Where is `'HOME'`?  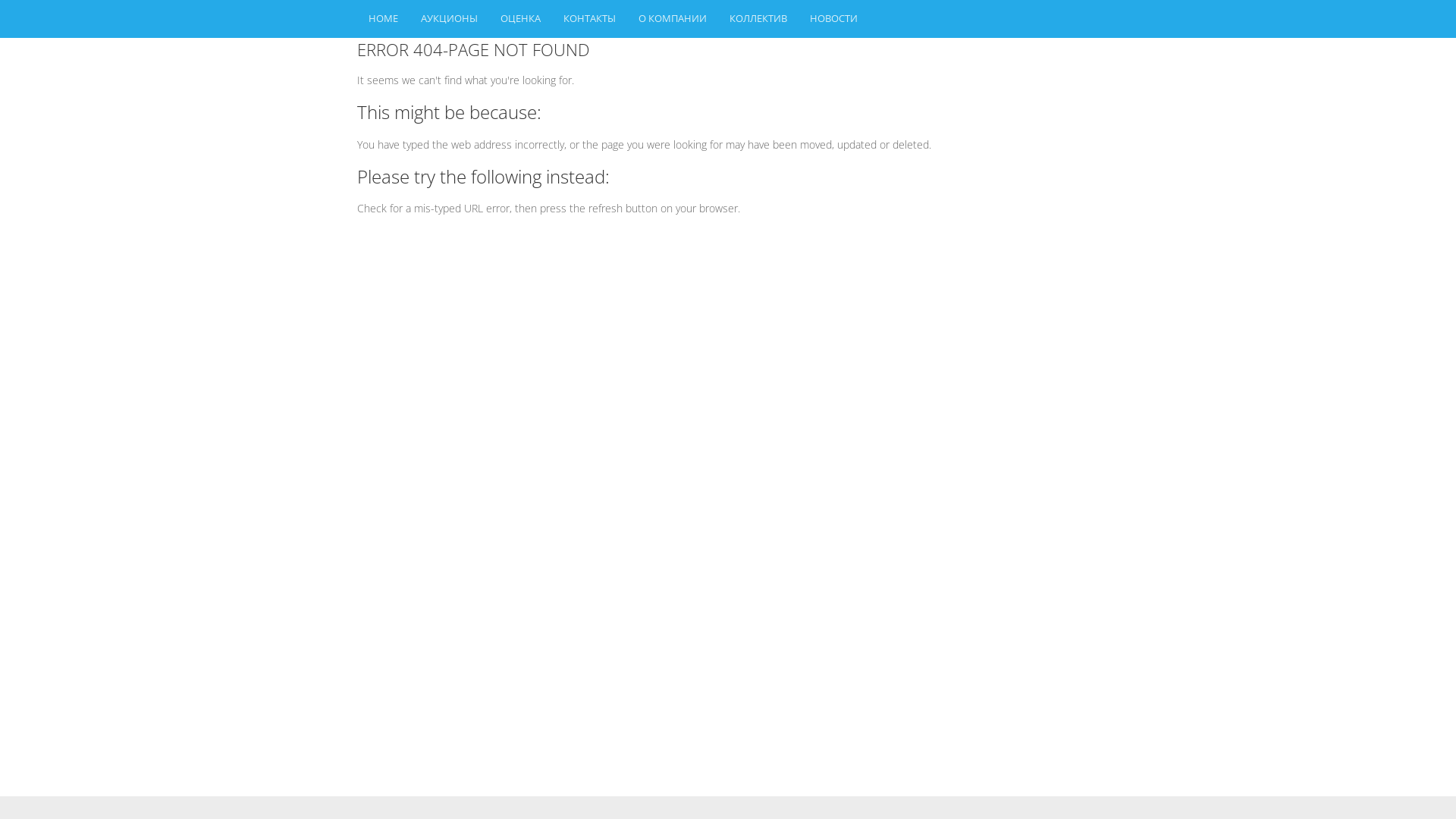
'HOME' is located at coordinates (383, 18).